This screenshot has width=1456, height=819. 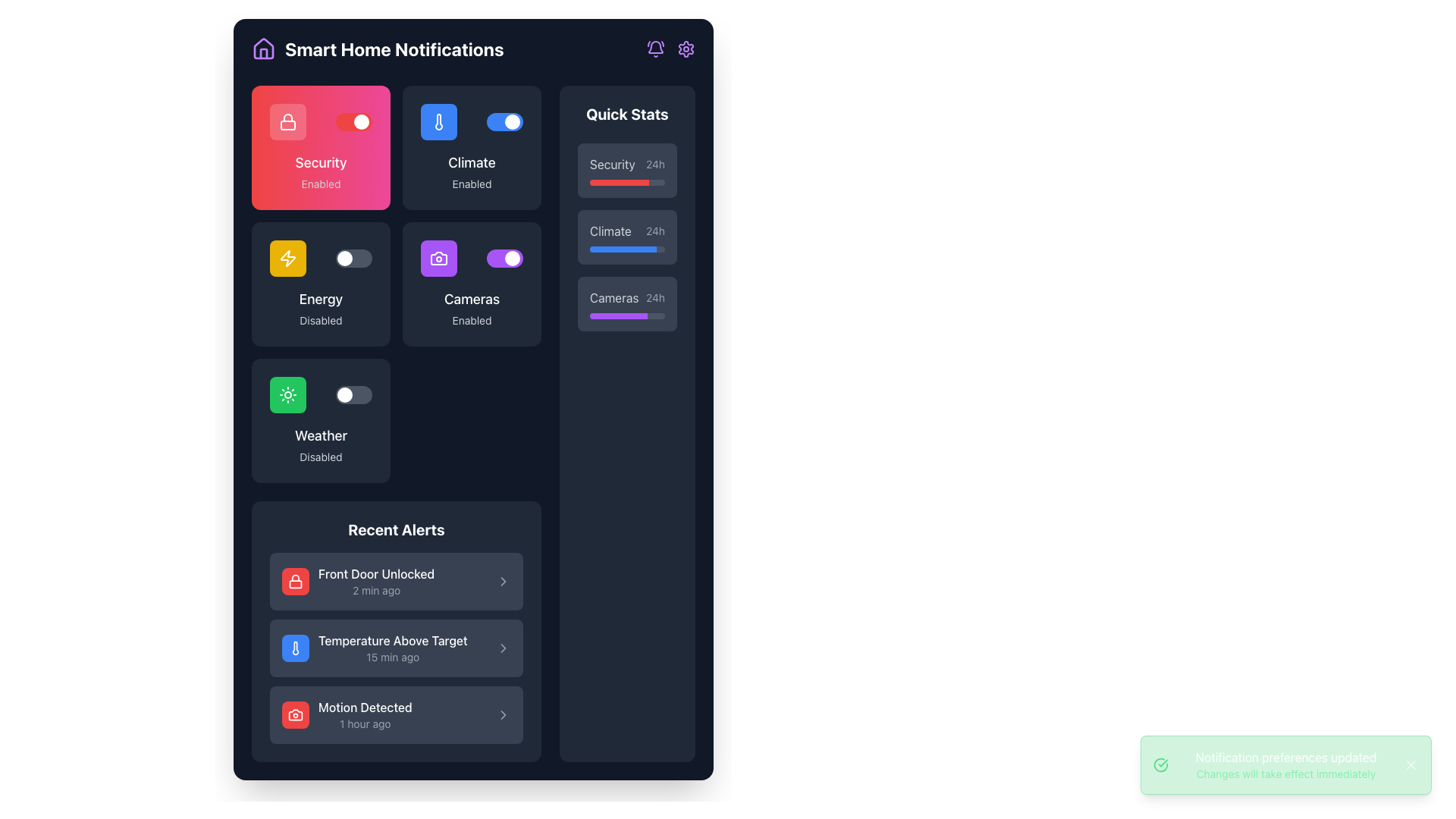 I want to click on the Information block with a progress bar located in the 'Quick Stats' panel, which visually represents the 24-hour status summary for the Climate system, so click(x=627, y=237).